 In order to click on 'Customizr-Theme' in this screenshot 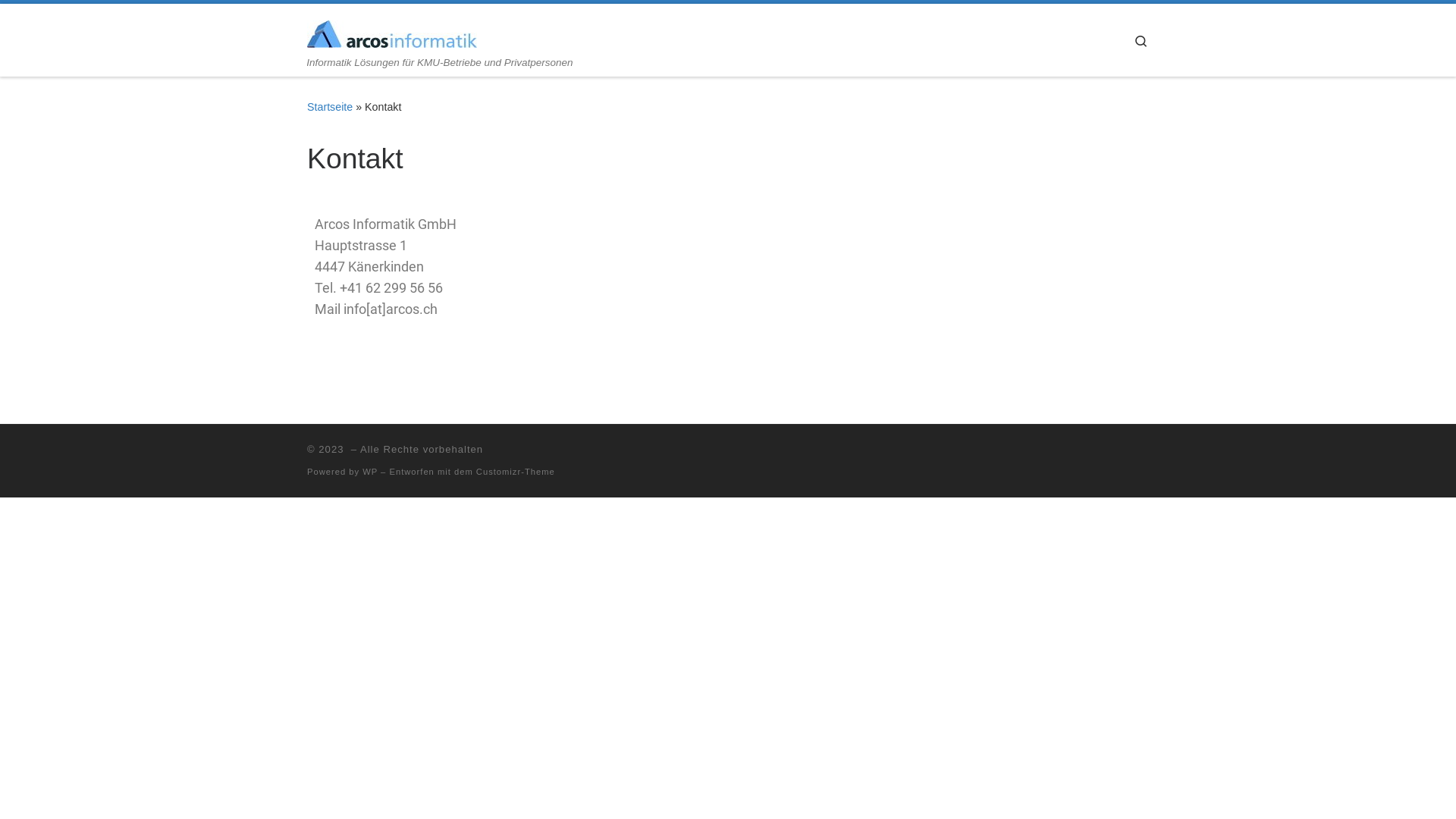, I will do `click(516, 470)`.